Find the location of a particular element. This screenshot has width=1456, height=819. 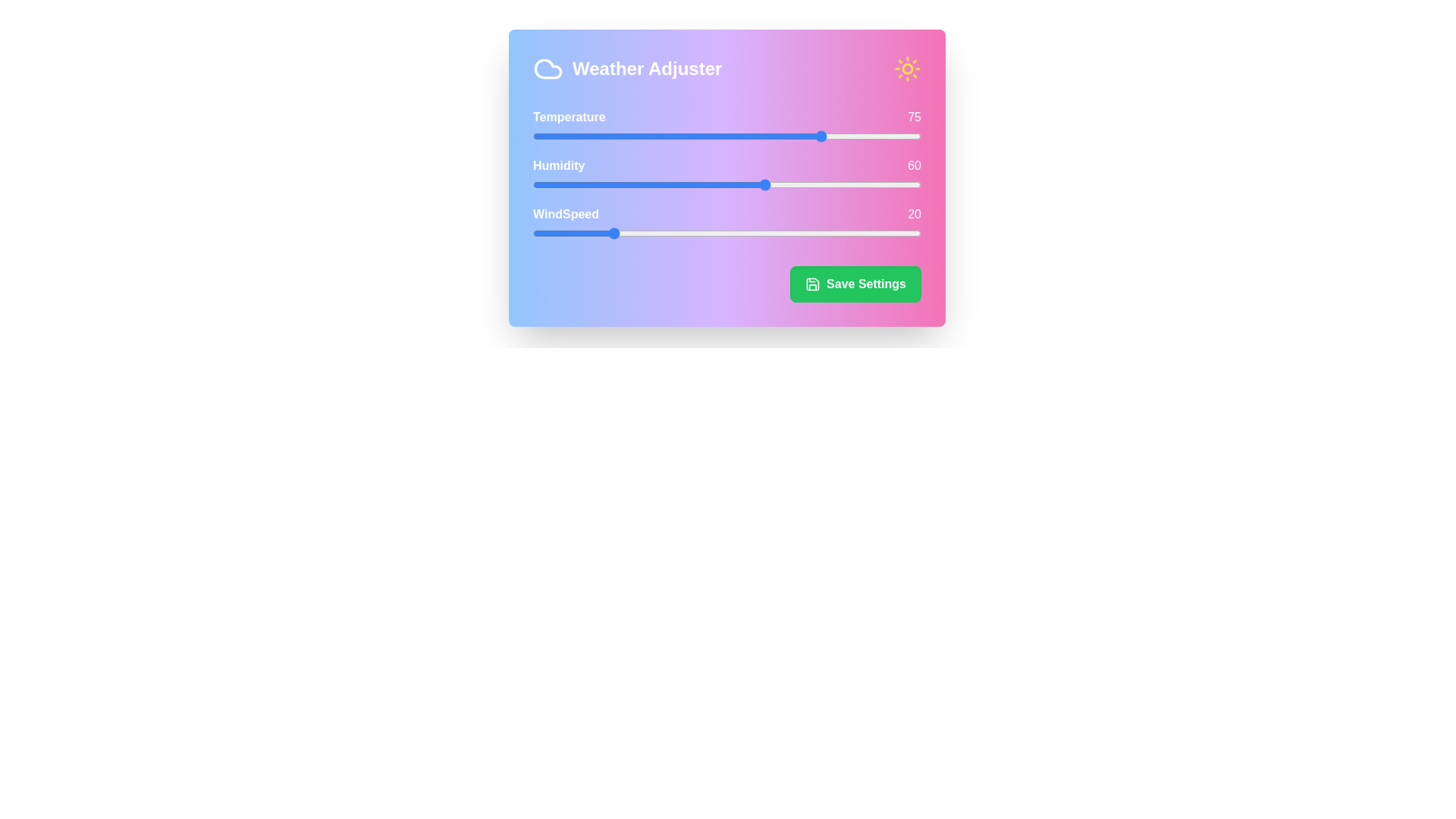

the humidity value is located at coordinates (886, 184).